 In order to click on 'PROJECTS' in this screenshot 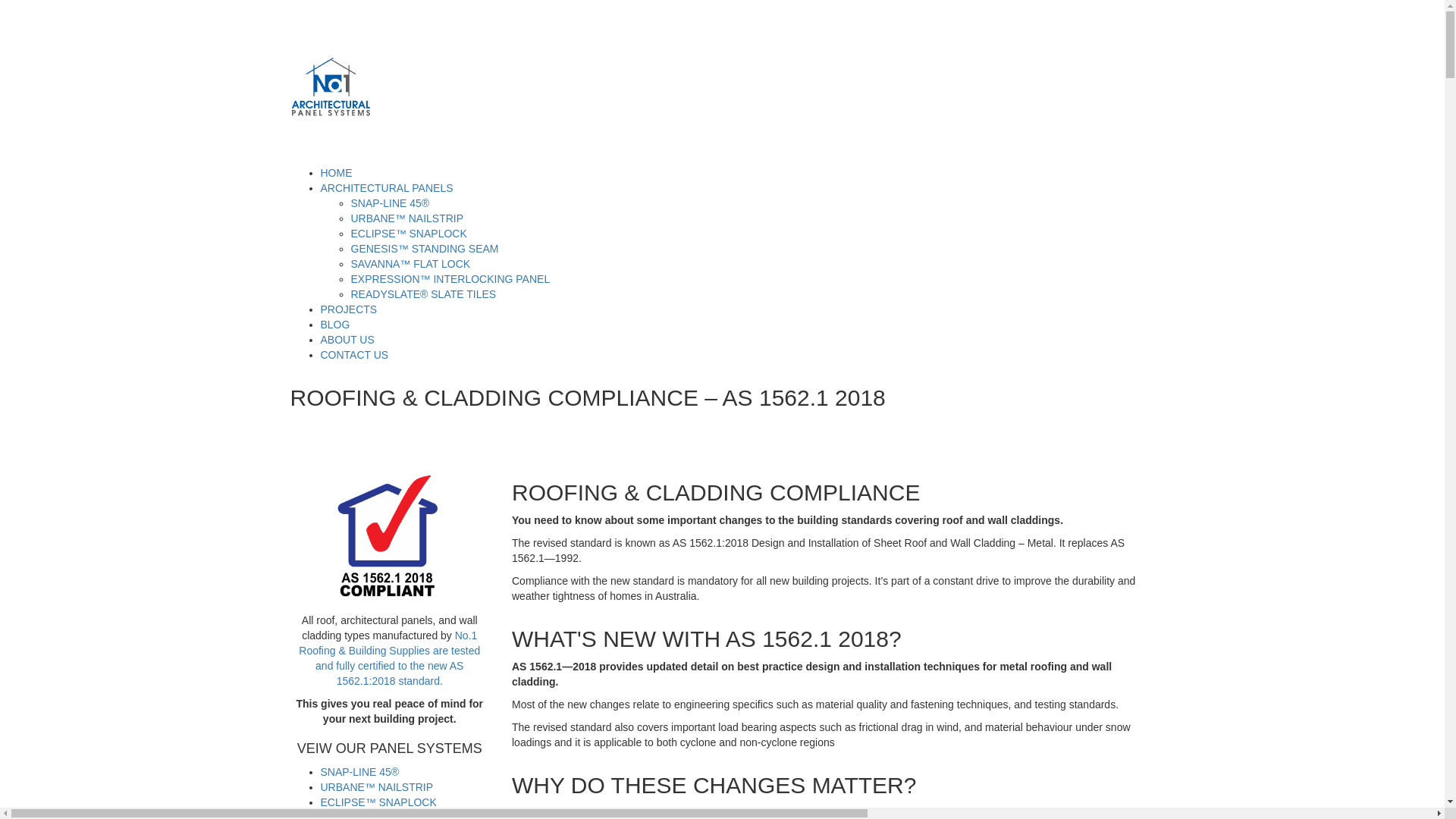, I will do `click(347, 309)`.